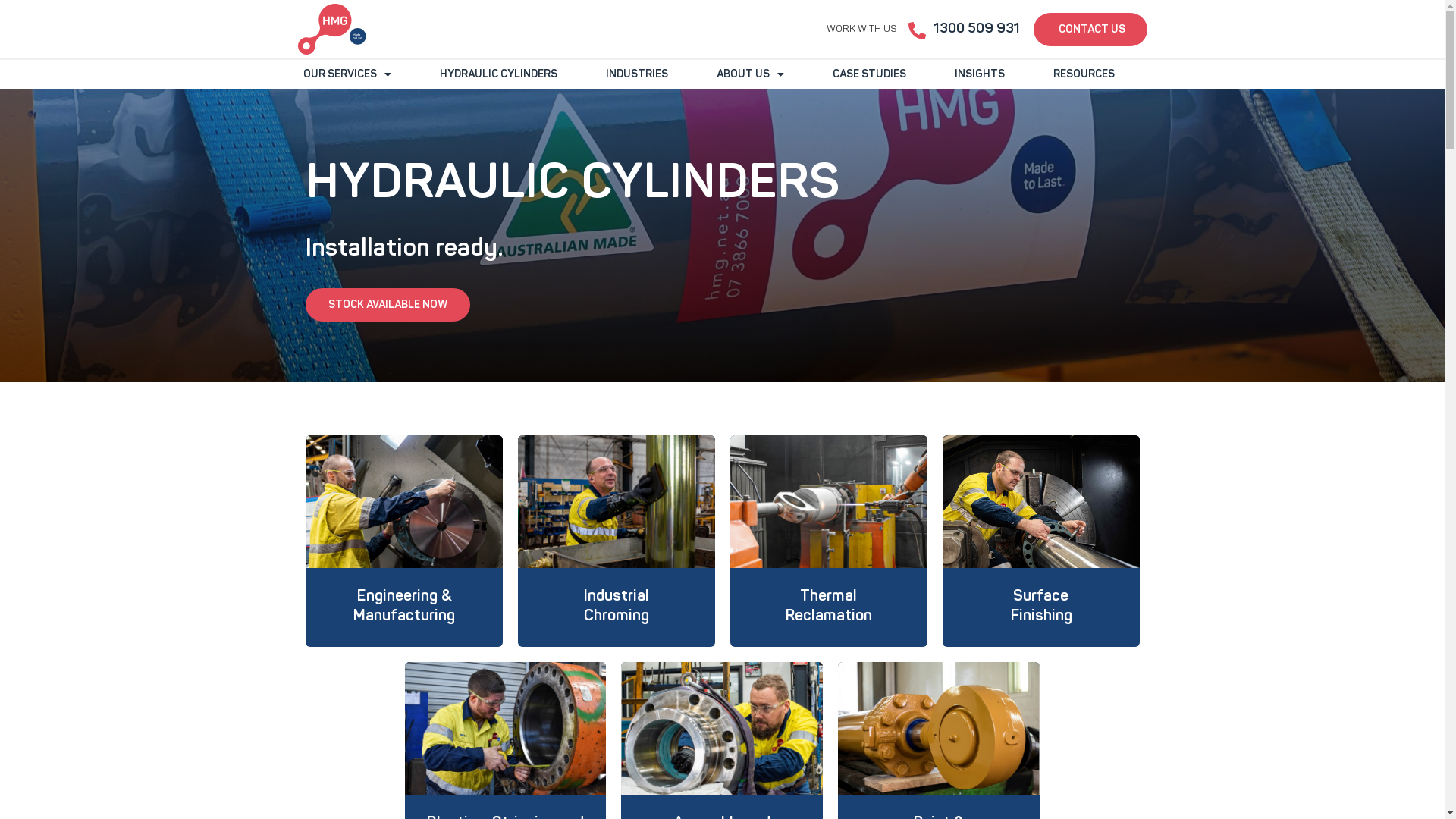 The height and width of the screenshot is (819, 1456). I want to click on 'ABOUT US', so click(750, 74).